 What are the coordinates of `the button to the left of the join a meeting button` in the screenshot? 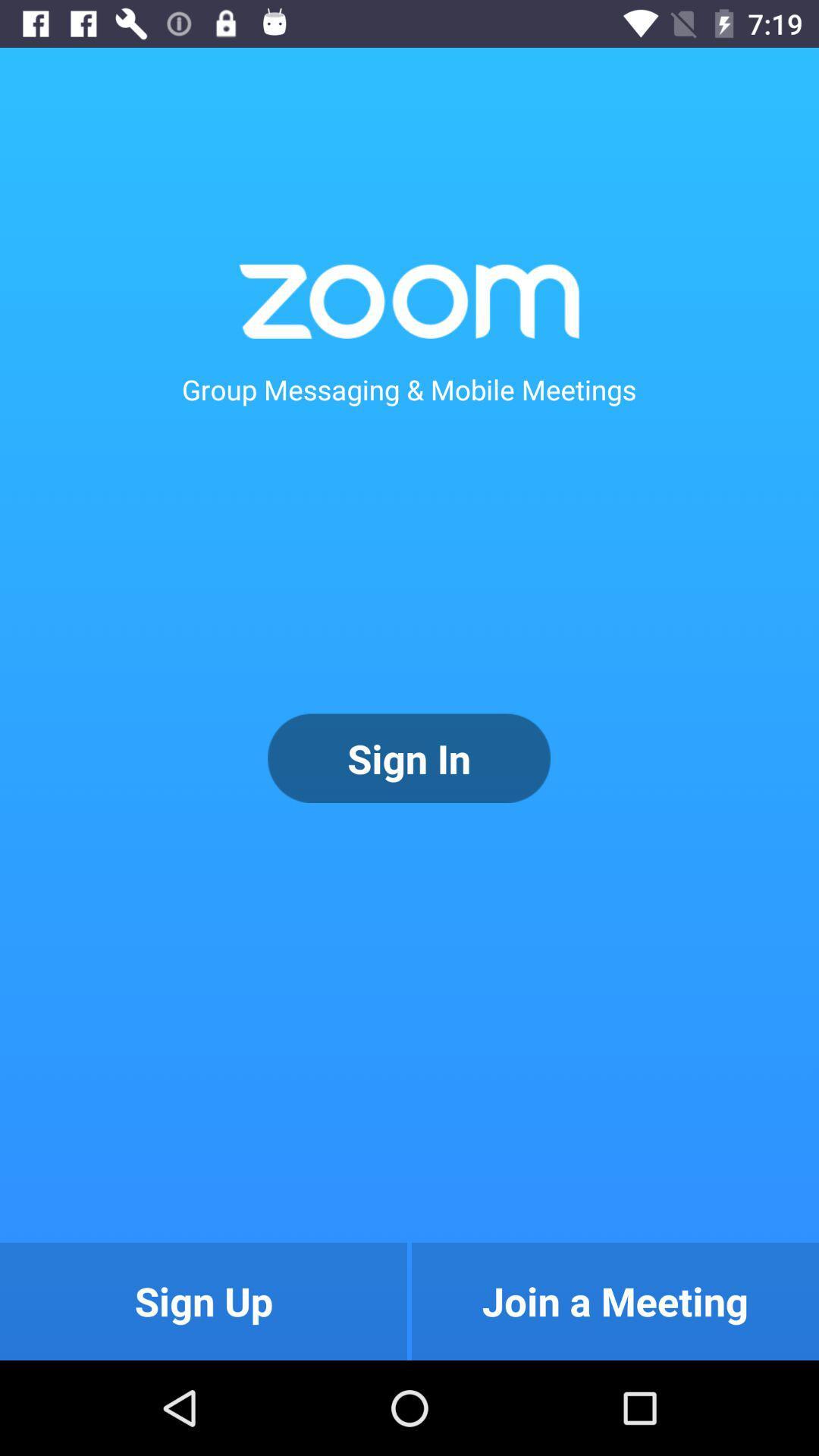 It's located at (202, 1301).